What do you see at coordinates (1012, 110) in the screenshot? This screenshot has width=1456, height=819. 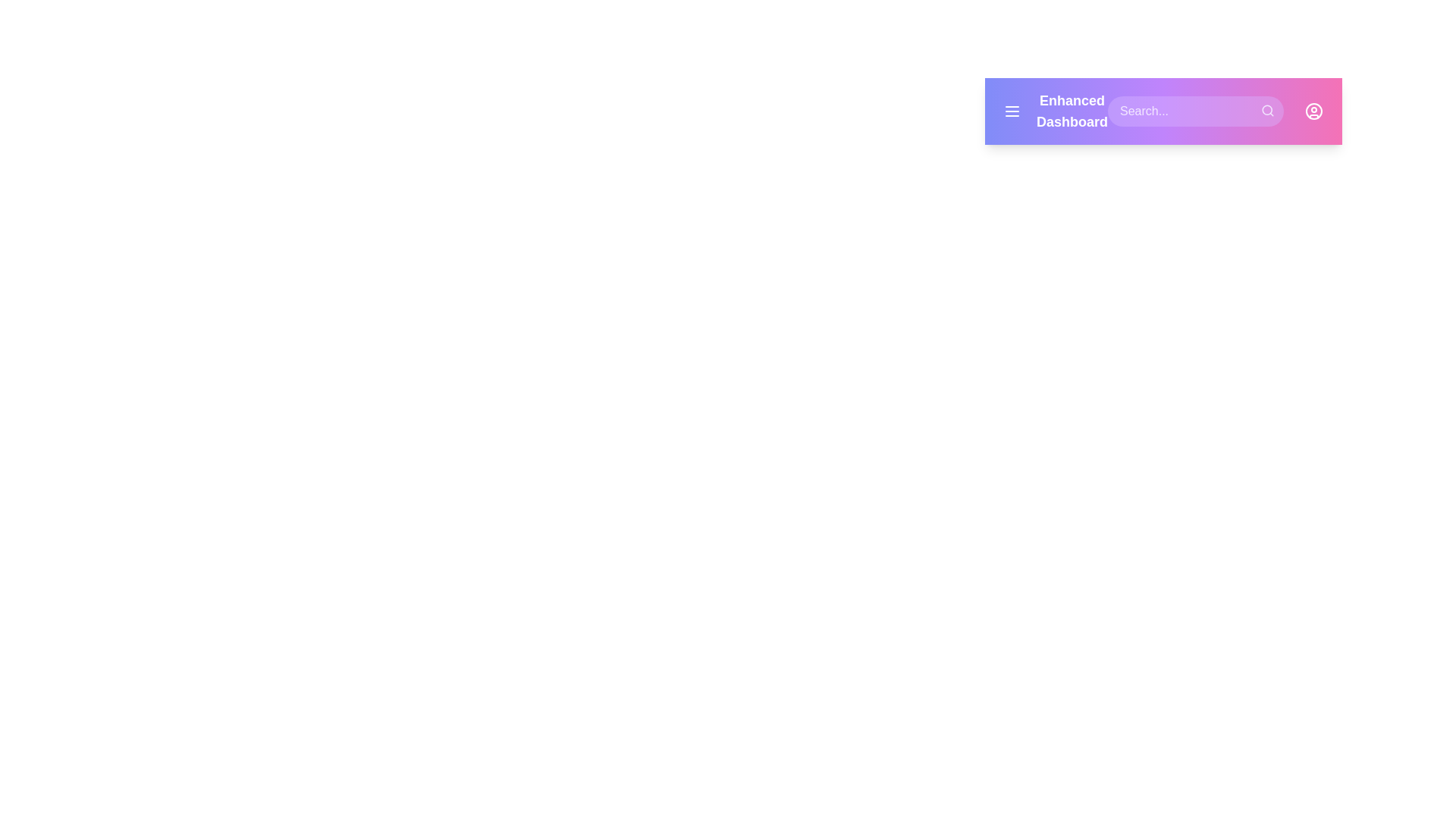 I see `the menu button in the EnhancedAppBar component` at bounding box center [1012, 110].